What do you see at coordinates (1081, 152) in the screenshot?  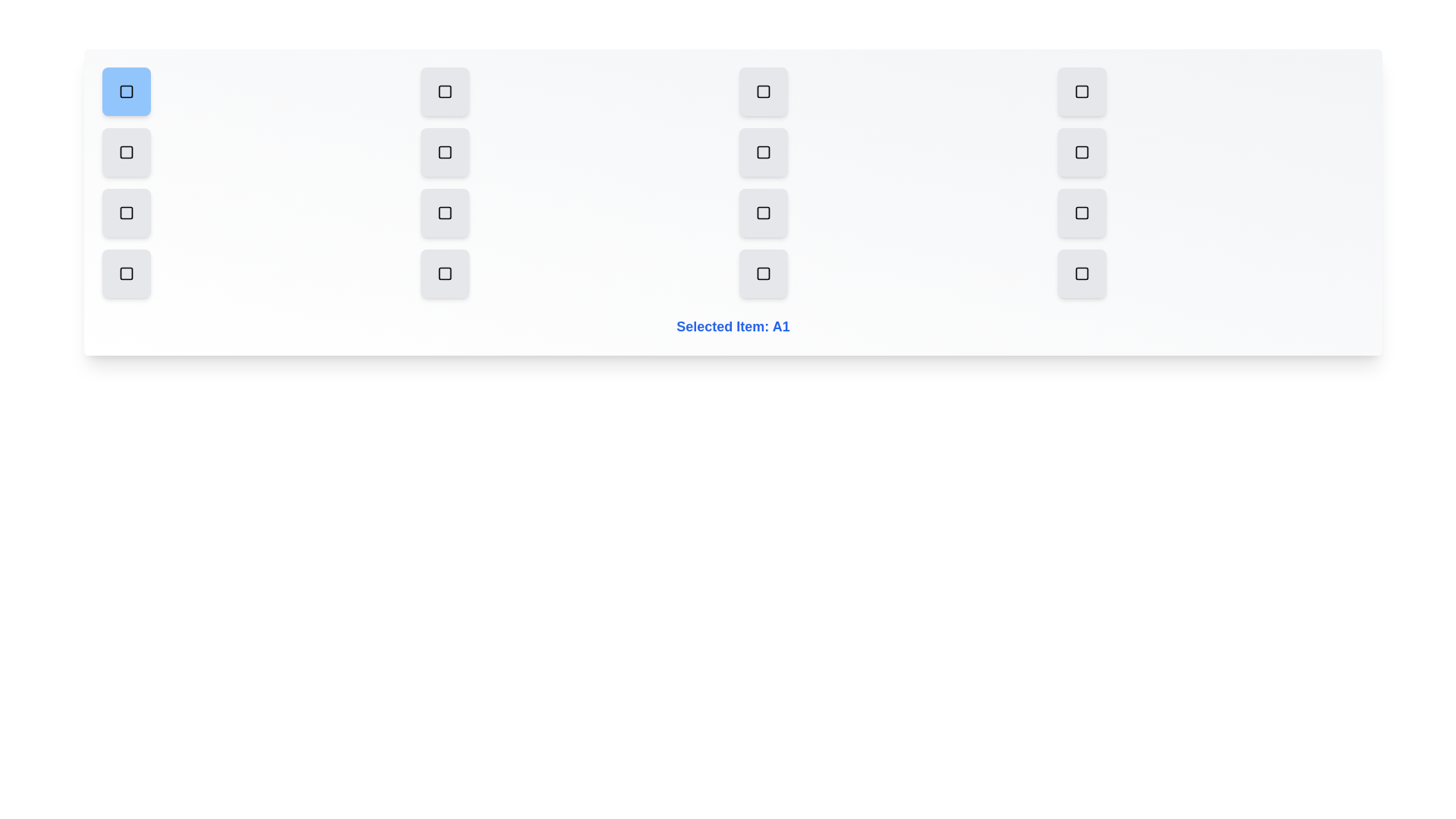 I see `the grid item B4 to select it` at bounding box center [1081, 152].